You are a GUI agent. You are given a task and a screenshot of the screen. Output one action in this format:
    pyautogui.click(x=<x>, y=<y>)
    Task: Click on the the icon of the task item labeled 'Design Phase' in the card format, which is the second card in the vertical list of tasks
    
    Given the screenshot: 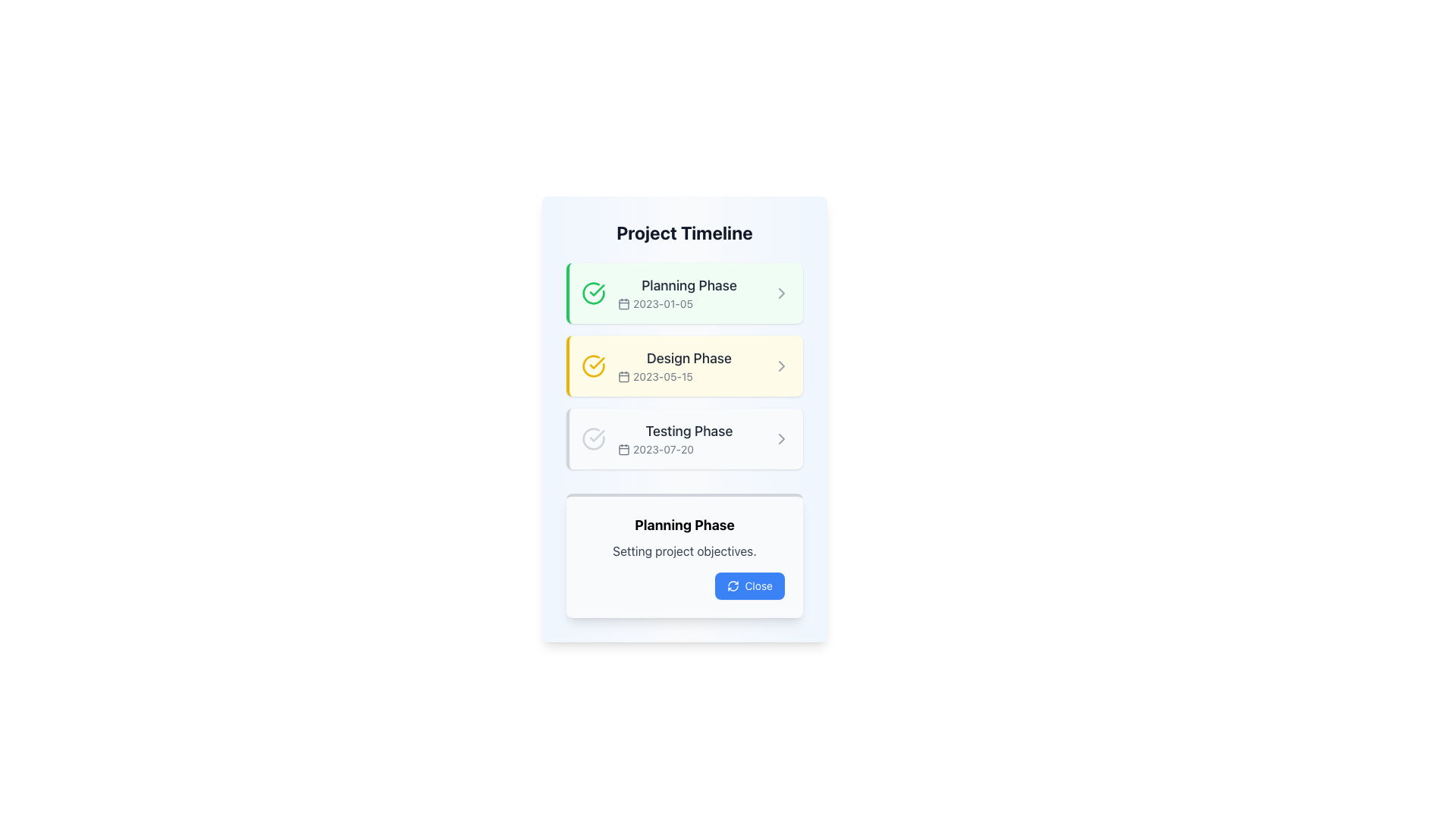 What is the action you would take?
    pyautogui.click(x=688, y=366)
    